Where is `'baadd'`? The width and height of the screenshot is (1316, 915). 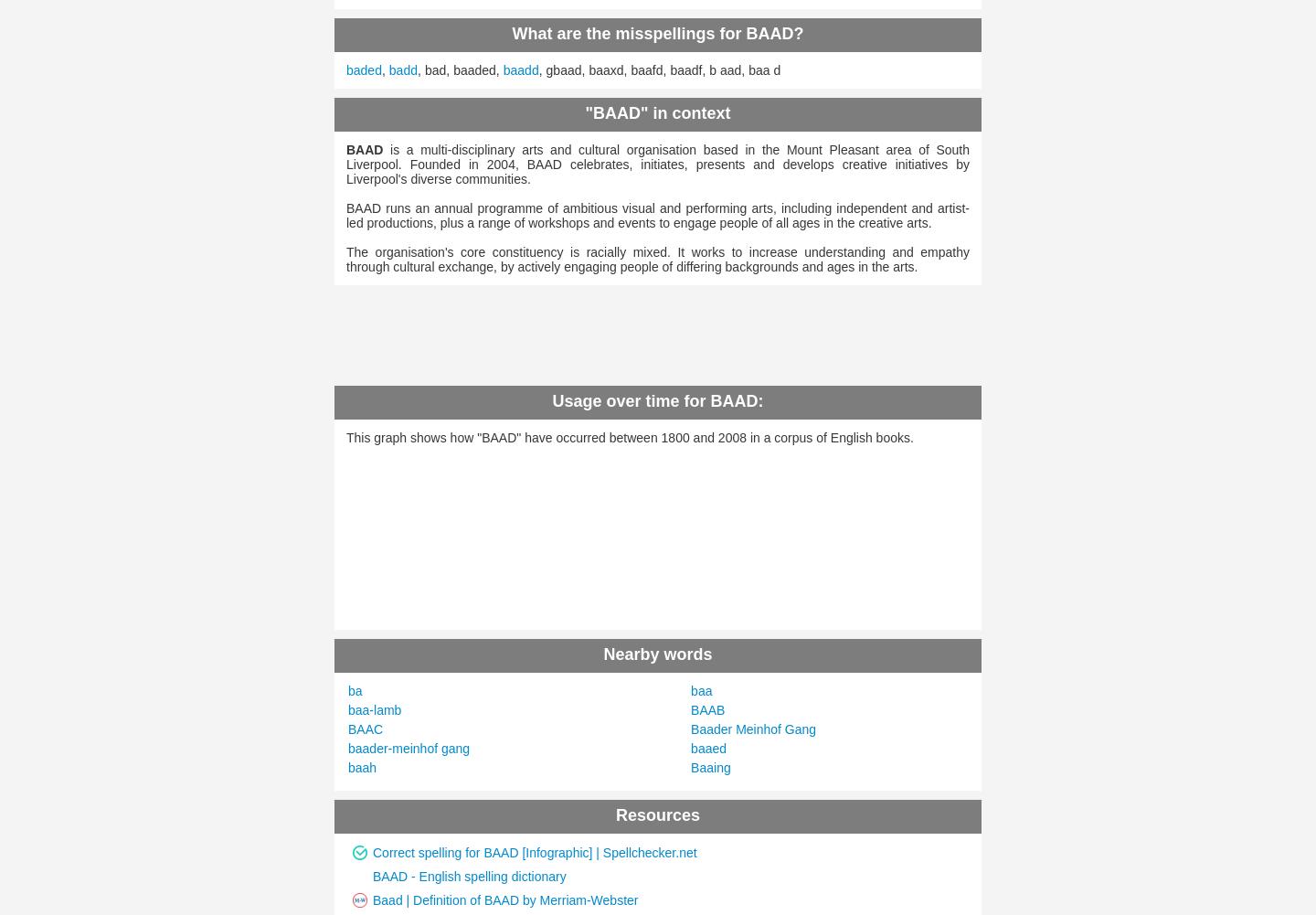 'baadd' is located at coordinates (520, 69).